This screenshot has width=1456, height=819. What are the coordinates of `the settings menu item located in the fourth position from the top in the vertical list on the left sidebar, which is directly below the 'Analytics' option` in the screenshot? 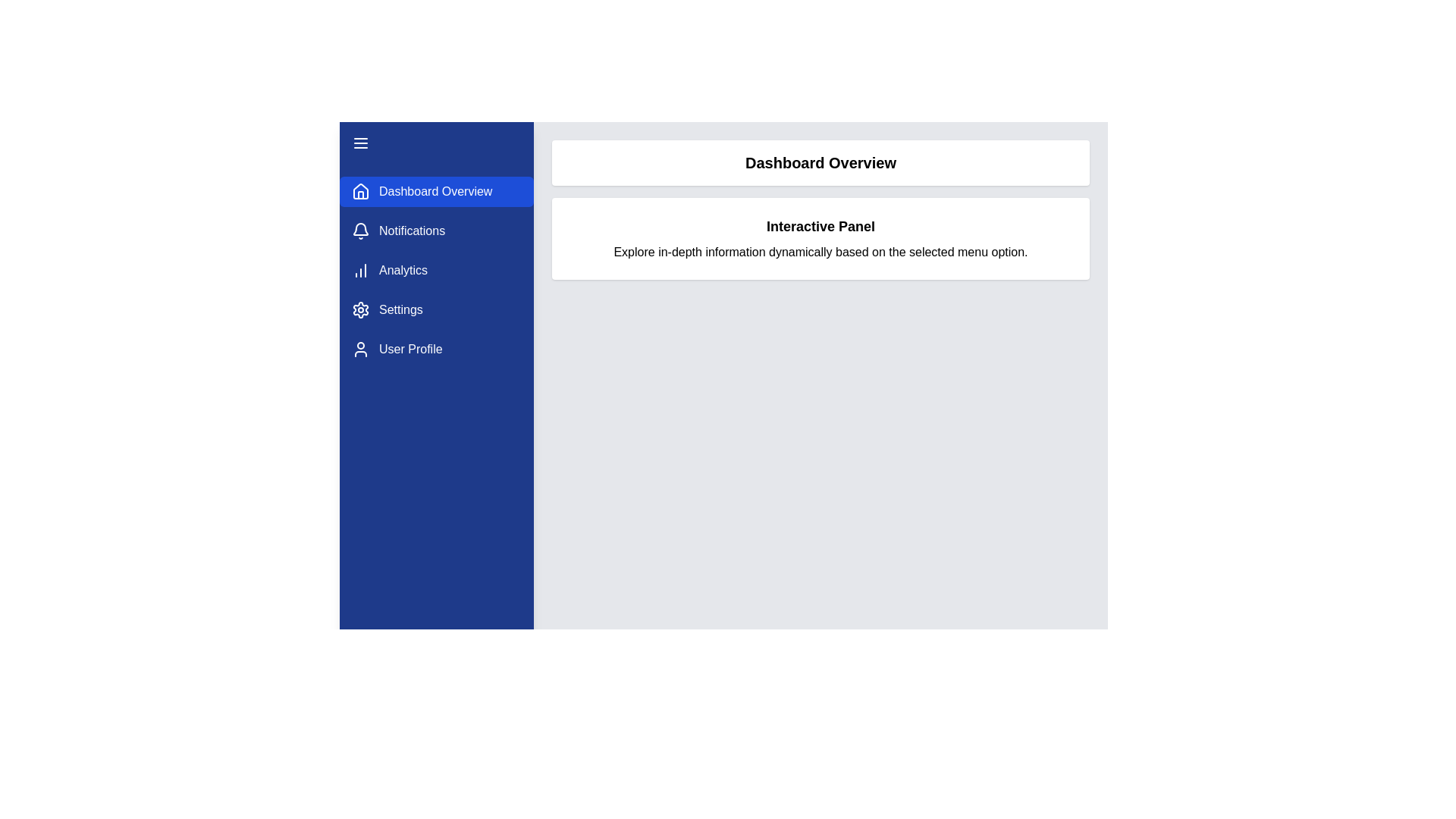 It's located at (436, 309).